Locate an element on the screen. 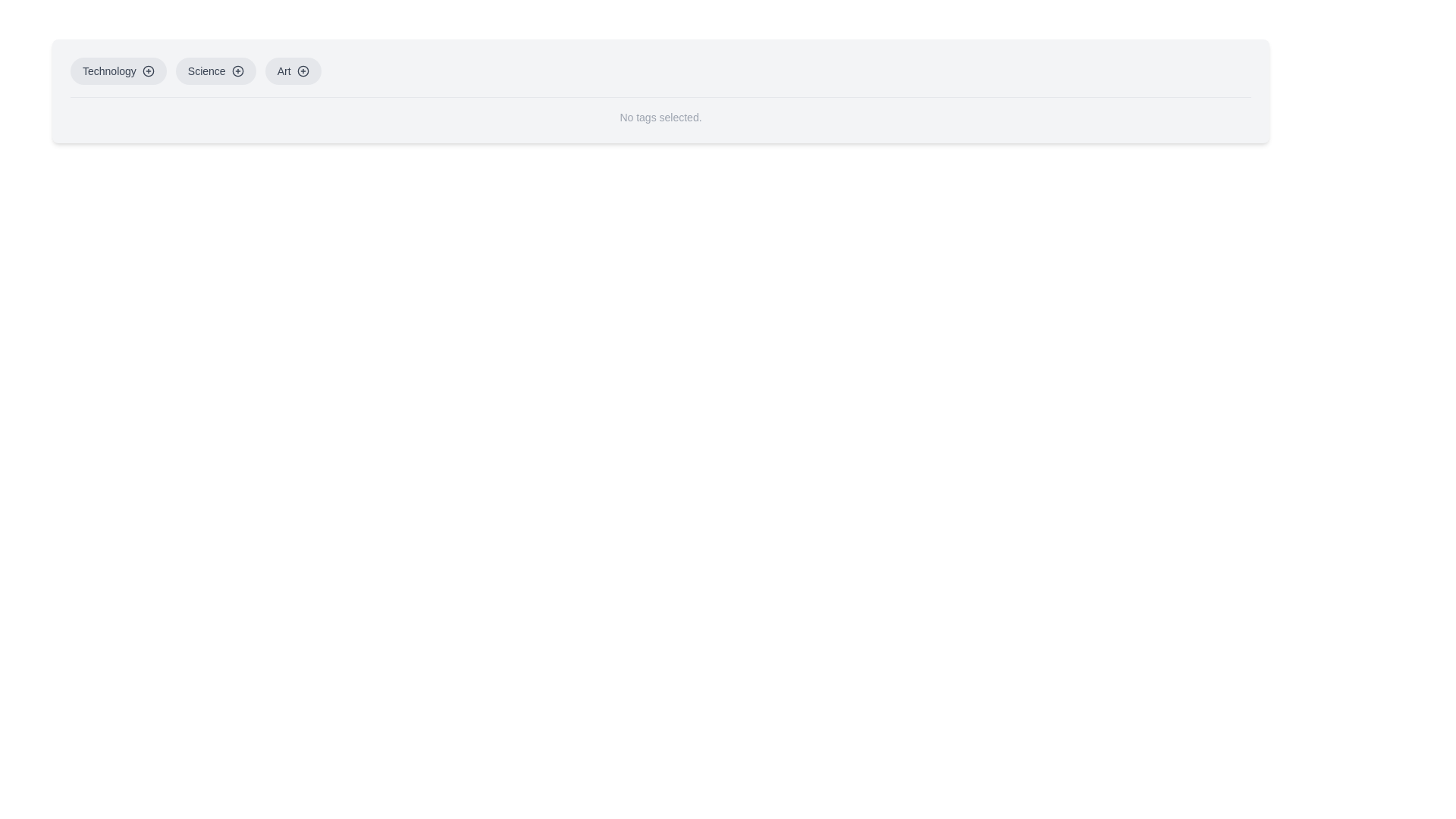 Image resolution: width=1456 pixels, height=819 pixels. the circular plus icon located to the right of the 'Technology' label within the button component at the top-left corner of the interface is located at coordinates (148, 71).